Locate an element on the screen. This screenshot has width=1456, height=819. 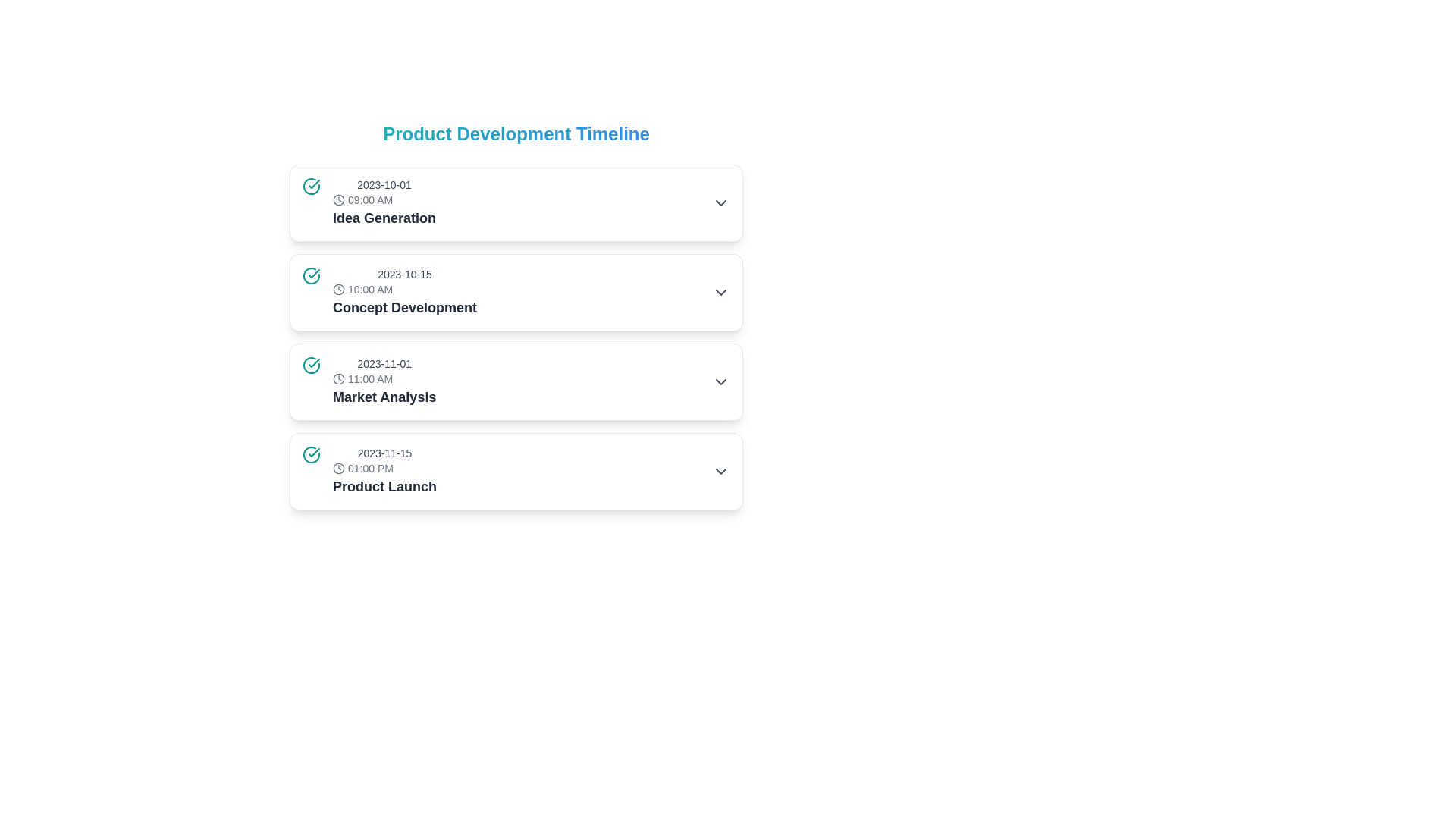
the static text component displaying '09:00 AM' with a clock icon, located in the first row of the timeline list is located at coordinates (384, 199).